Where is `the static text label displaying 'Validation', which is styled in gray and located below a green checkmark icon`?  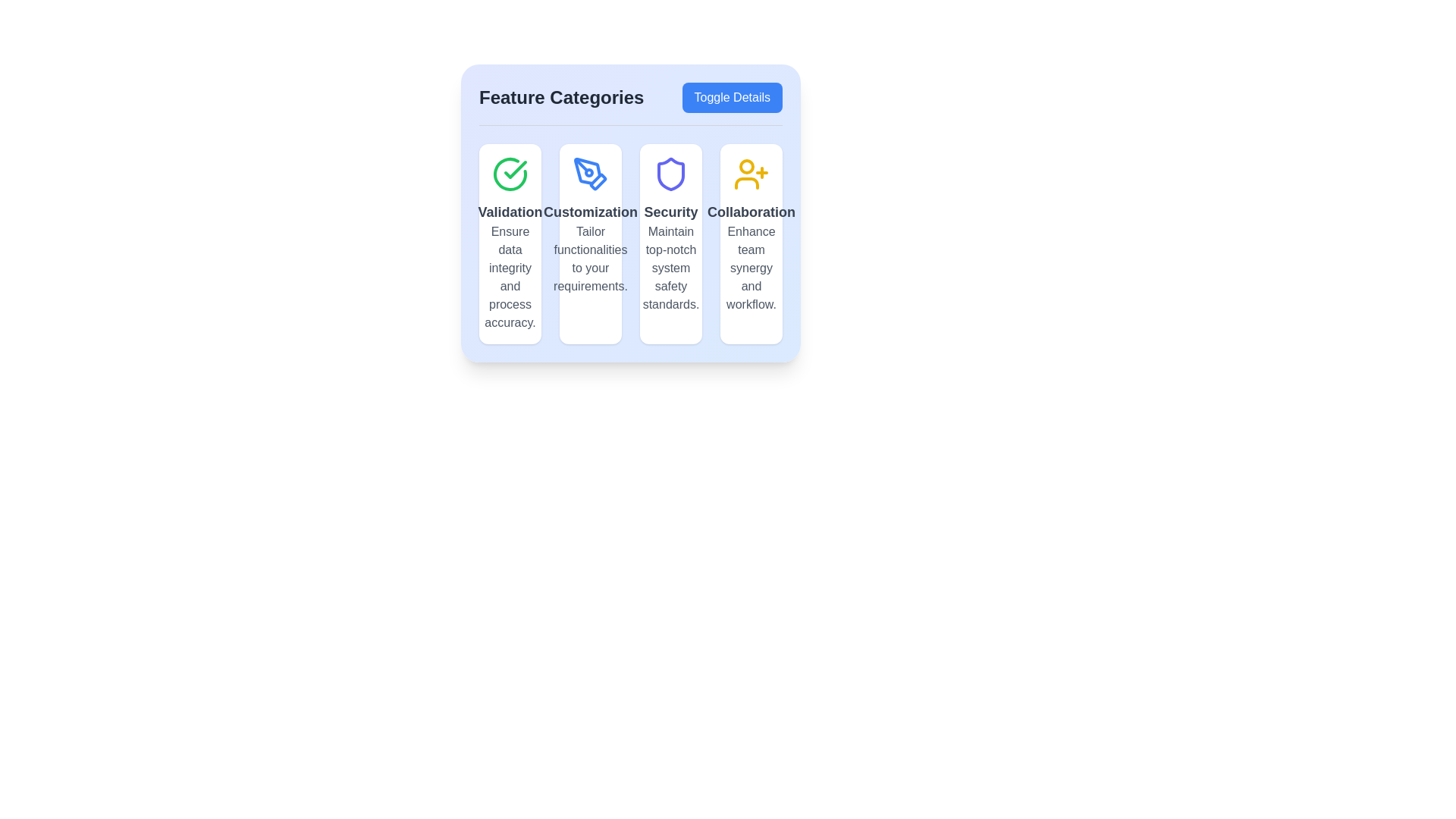 the static text label displaying 'Validation', which is styled in gray and located below a green checkmark icon is located at coordinates (510, 212).